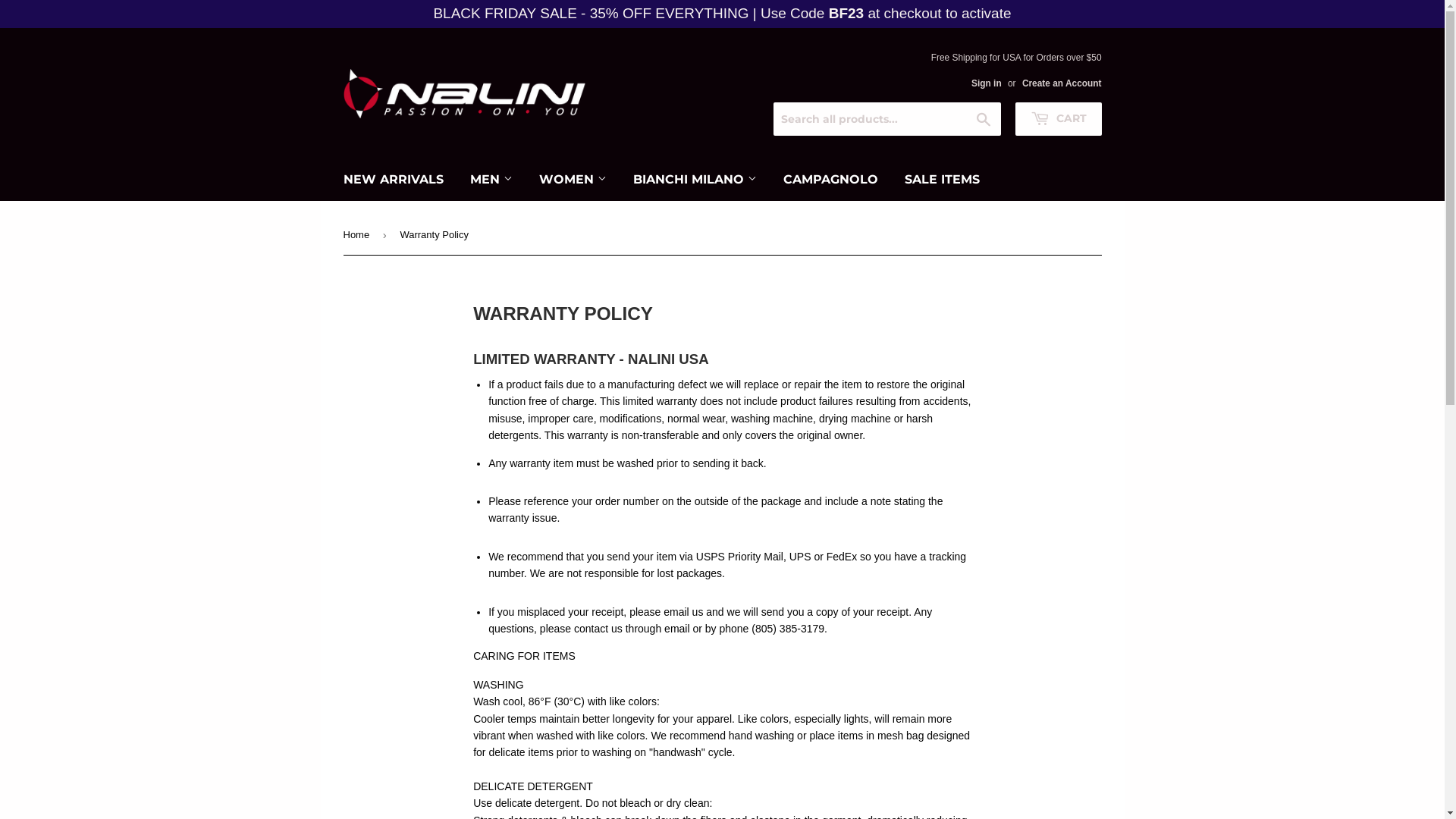 The width and height of the screenshot is (1456, 819). What do you see at coordinates (358, 235) in the screenshot?
I see `'Home'` at bounding box center [358, 235].